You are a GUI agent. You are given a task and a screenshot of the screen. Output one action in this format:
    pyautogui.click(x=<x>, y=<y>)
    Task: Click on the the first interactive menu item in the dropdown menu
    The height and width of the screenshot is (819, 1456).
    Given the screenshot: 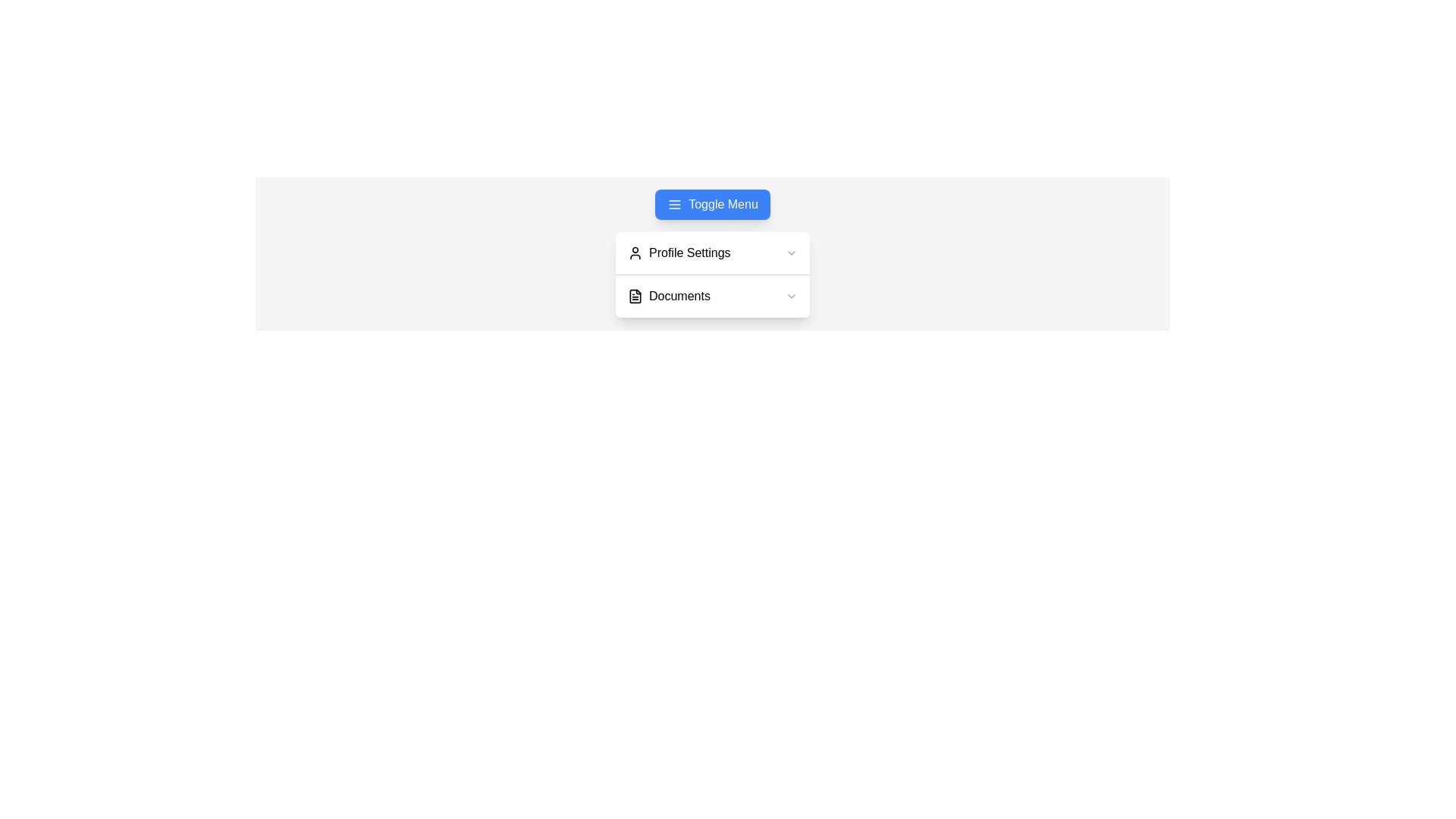 What is the action you would take?
    pyautogui.click(x=712, y=253)
    